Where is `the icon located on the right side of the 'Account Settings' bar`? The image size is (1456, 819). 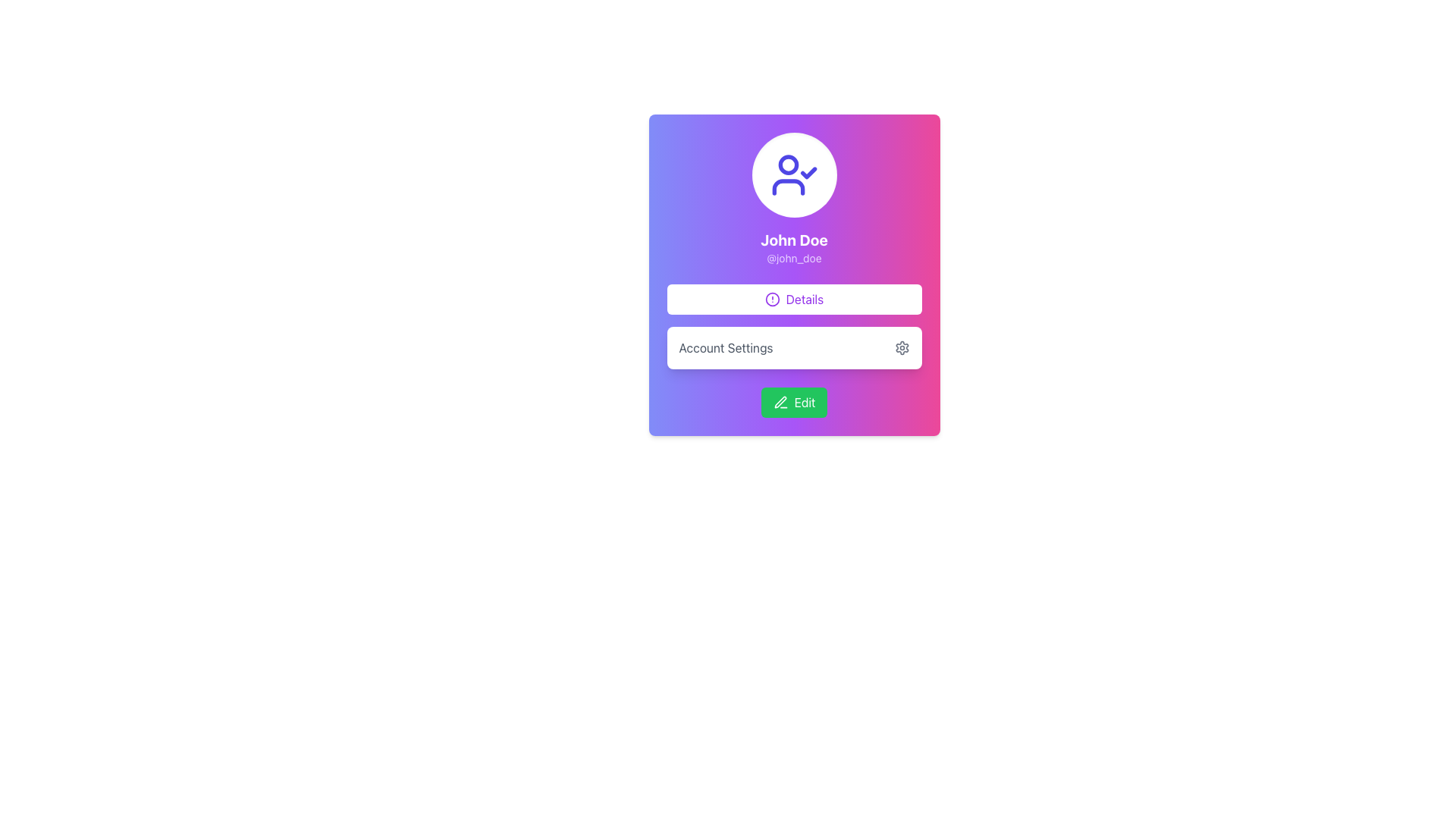 the icon located on the right side of the 'Account Settings' bar is located at coordinates (902, 348).